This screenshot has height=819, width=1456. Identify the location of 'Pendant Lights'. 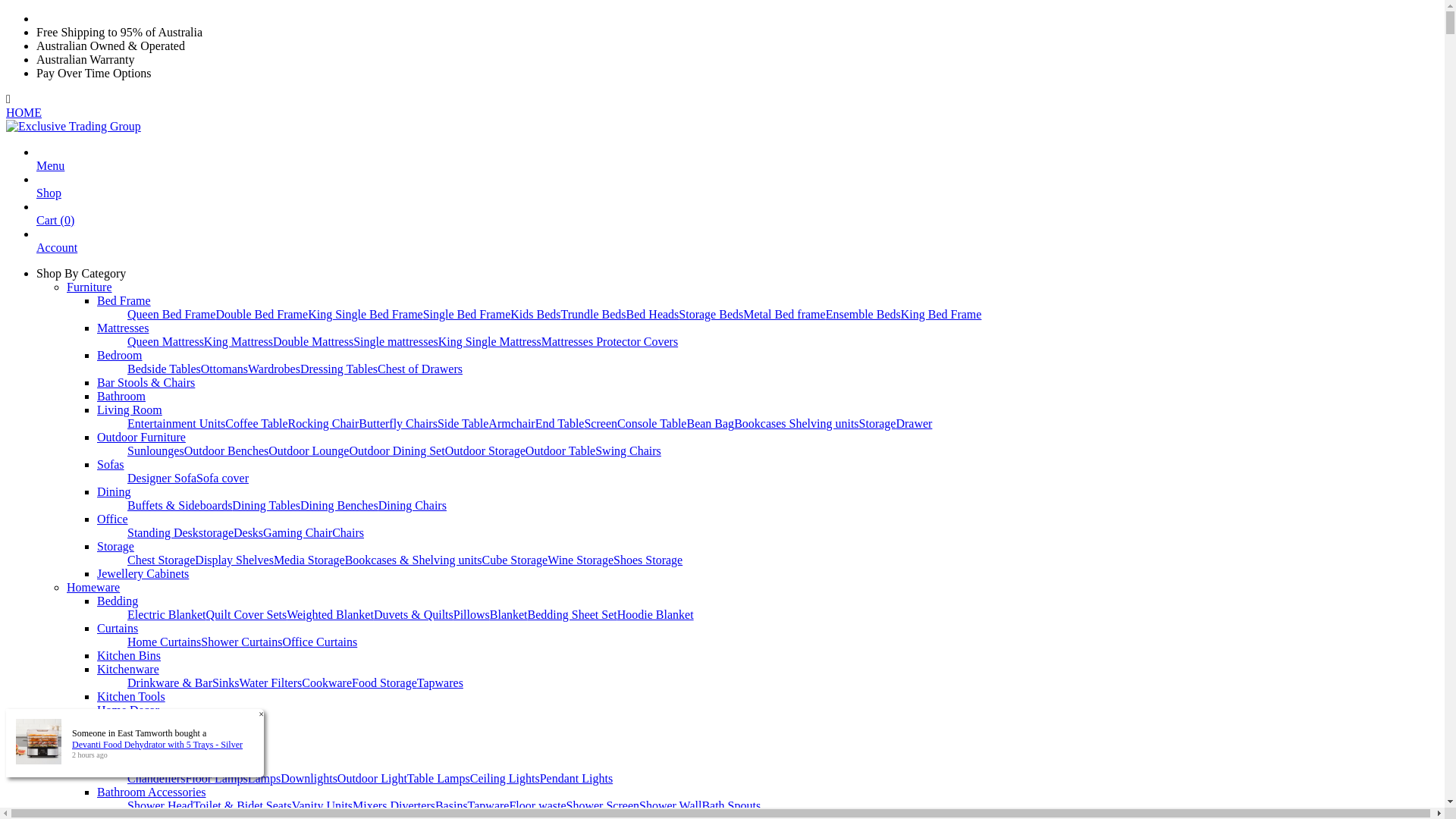
(539, 778).